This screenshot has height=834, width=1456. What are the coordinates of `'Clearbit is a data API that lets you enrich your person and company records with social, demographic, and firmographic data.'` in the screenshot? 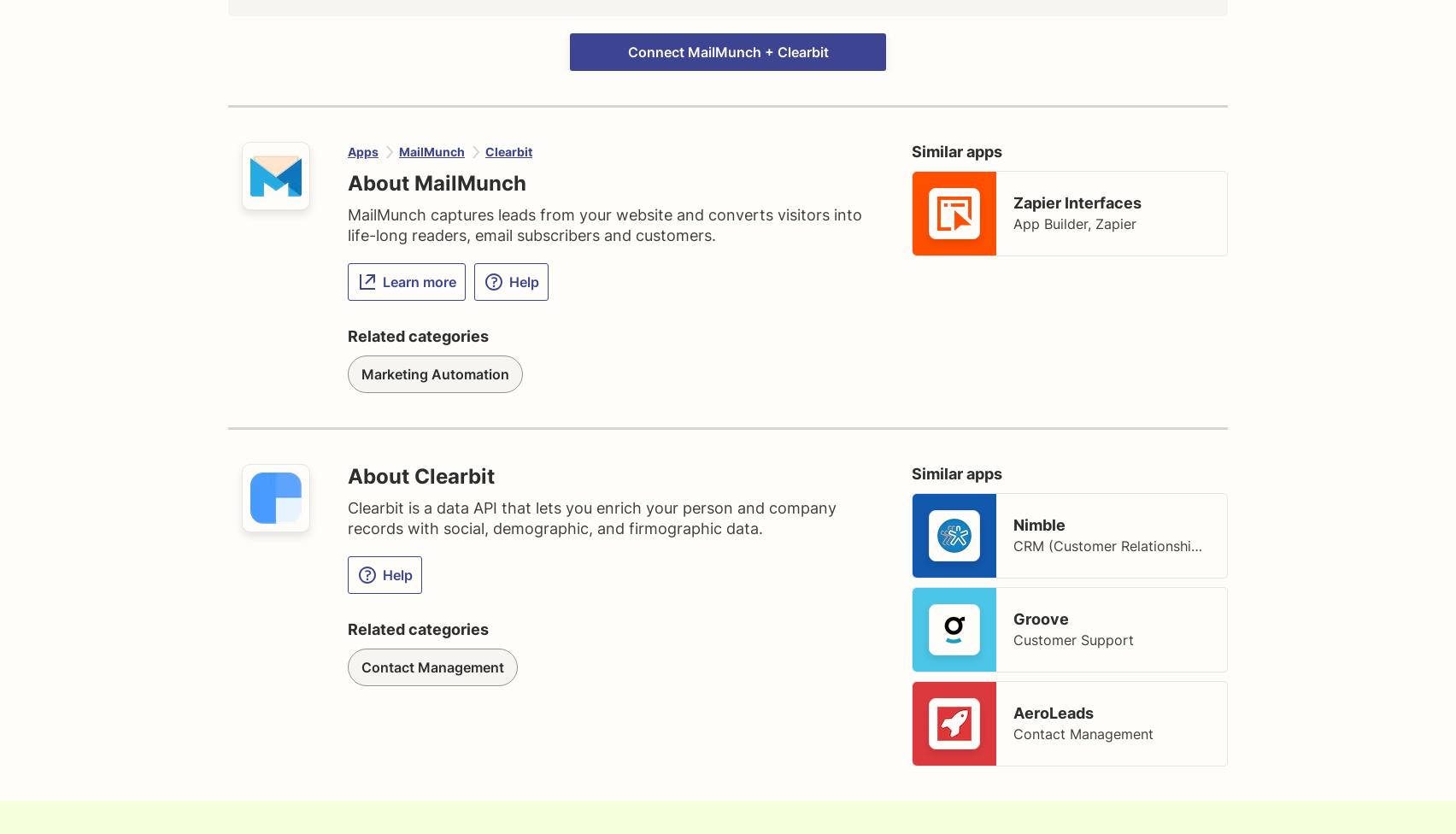 It's located at (591, 518).